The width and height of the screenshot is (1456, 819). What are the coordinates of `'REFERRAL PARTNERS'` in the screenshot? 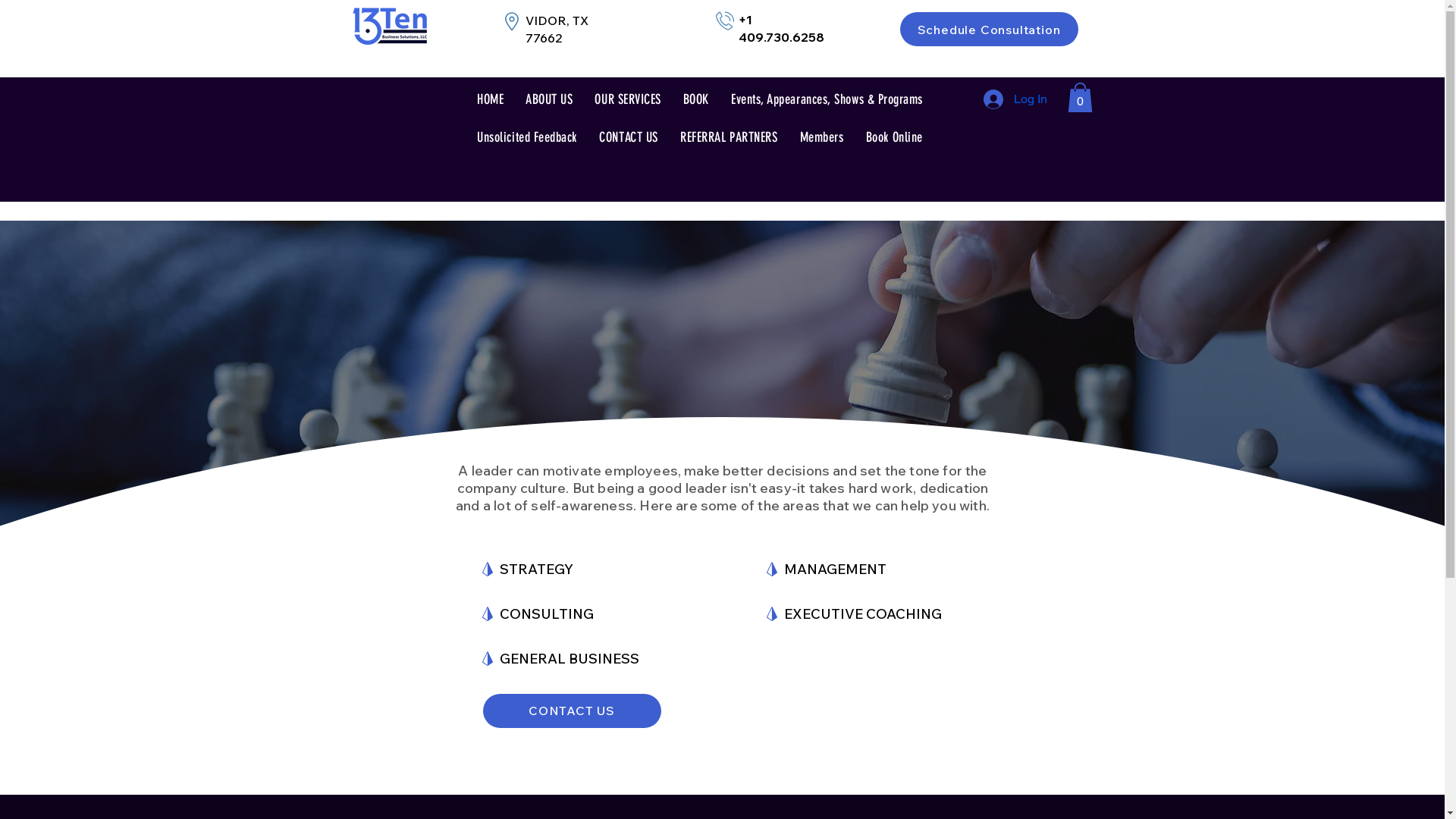 It's located at (671, 137).